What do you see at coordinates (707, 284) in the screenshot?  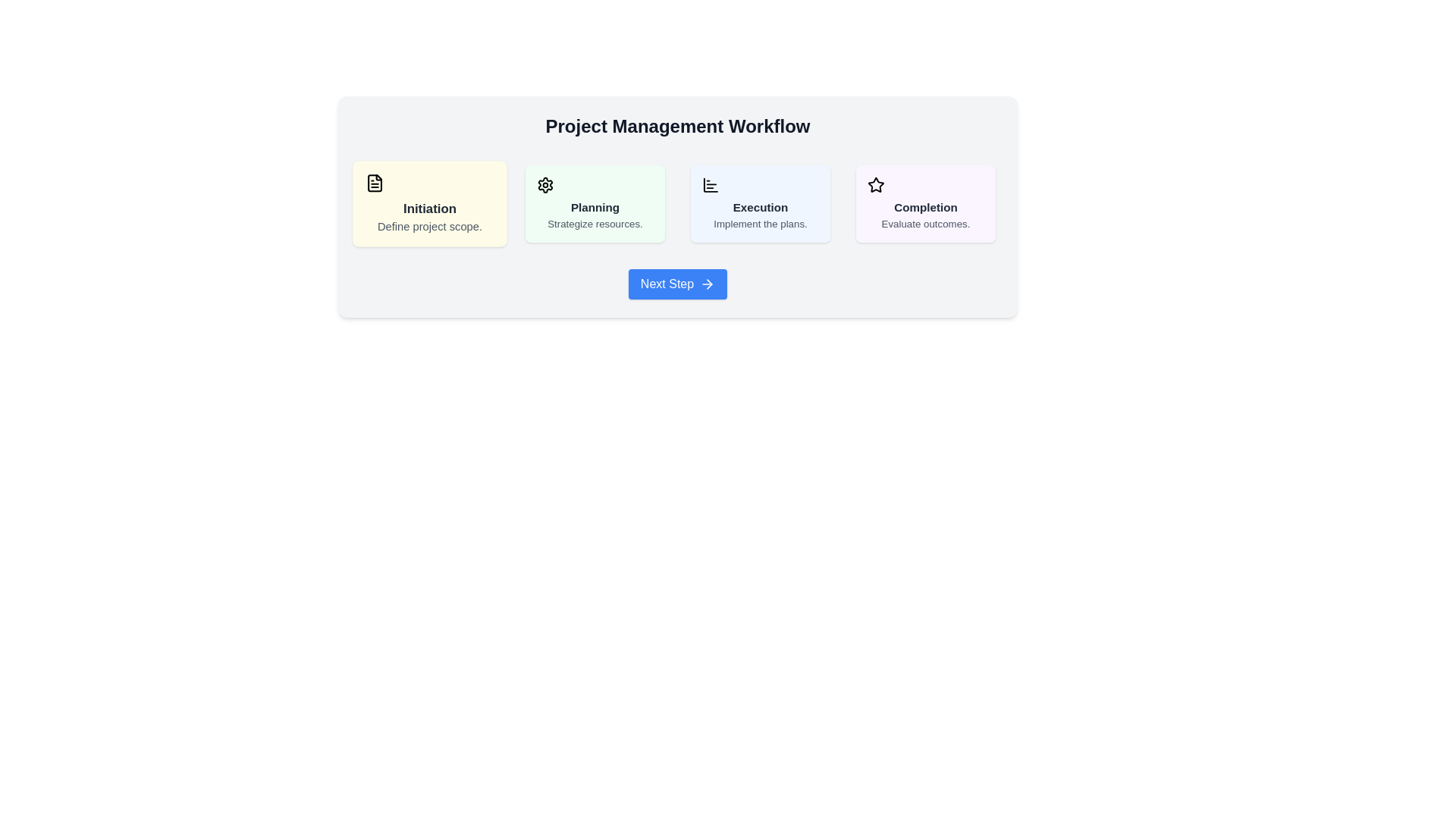 I see `the forward navigation icon located within the blue 'Next Step' button, positioned to the far right of the button's content area` at bounding box center [707, 284].